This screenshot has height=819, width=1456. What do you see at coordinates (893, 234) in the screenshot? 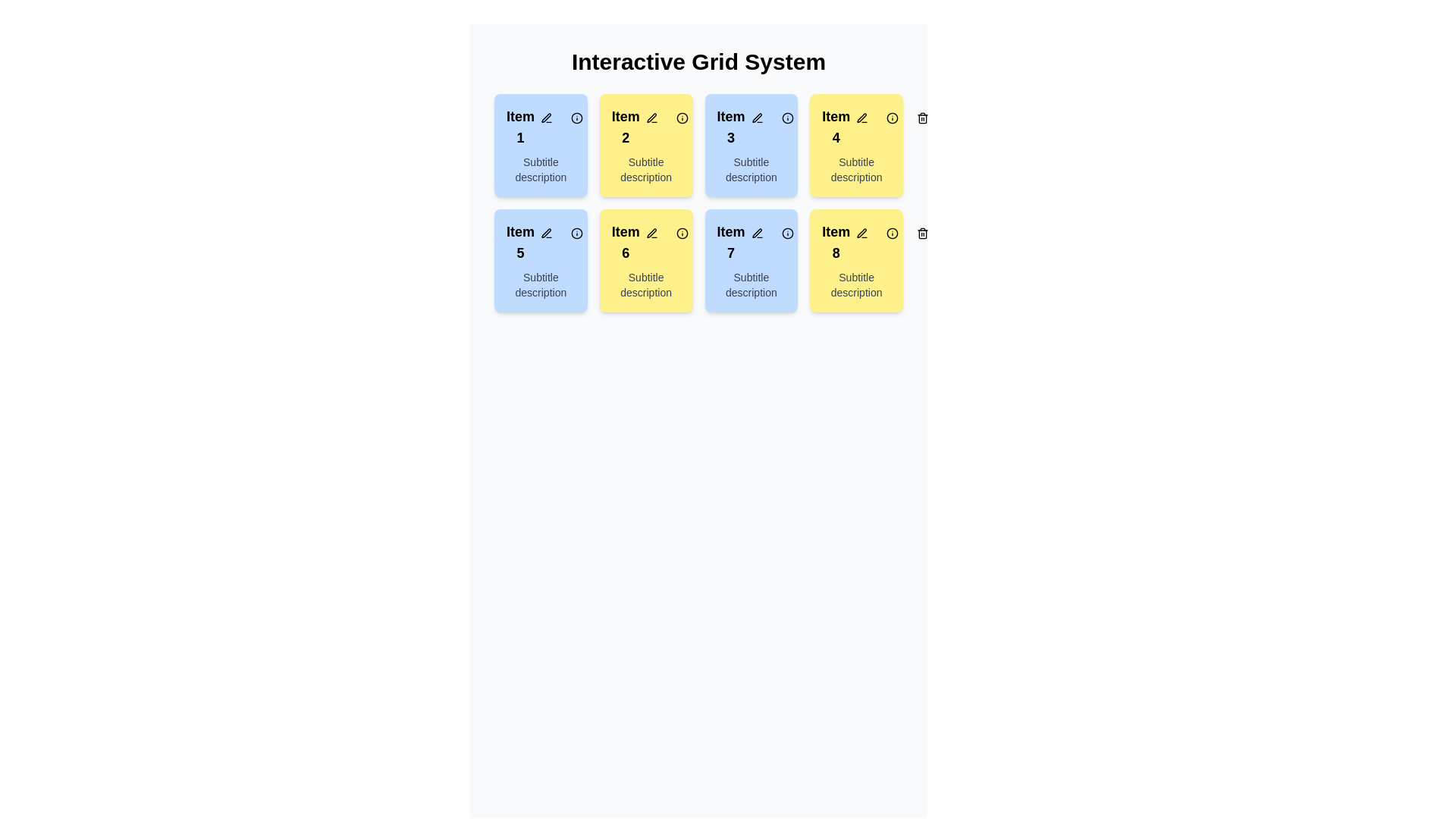
I see `the informational tooltip button located in the bottom-right corner of the card labeled 'Item 8'` at bounding box center [893, 234].